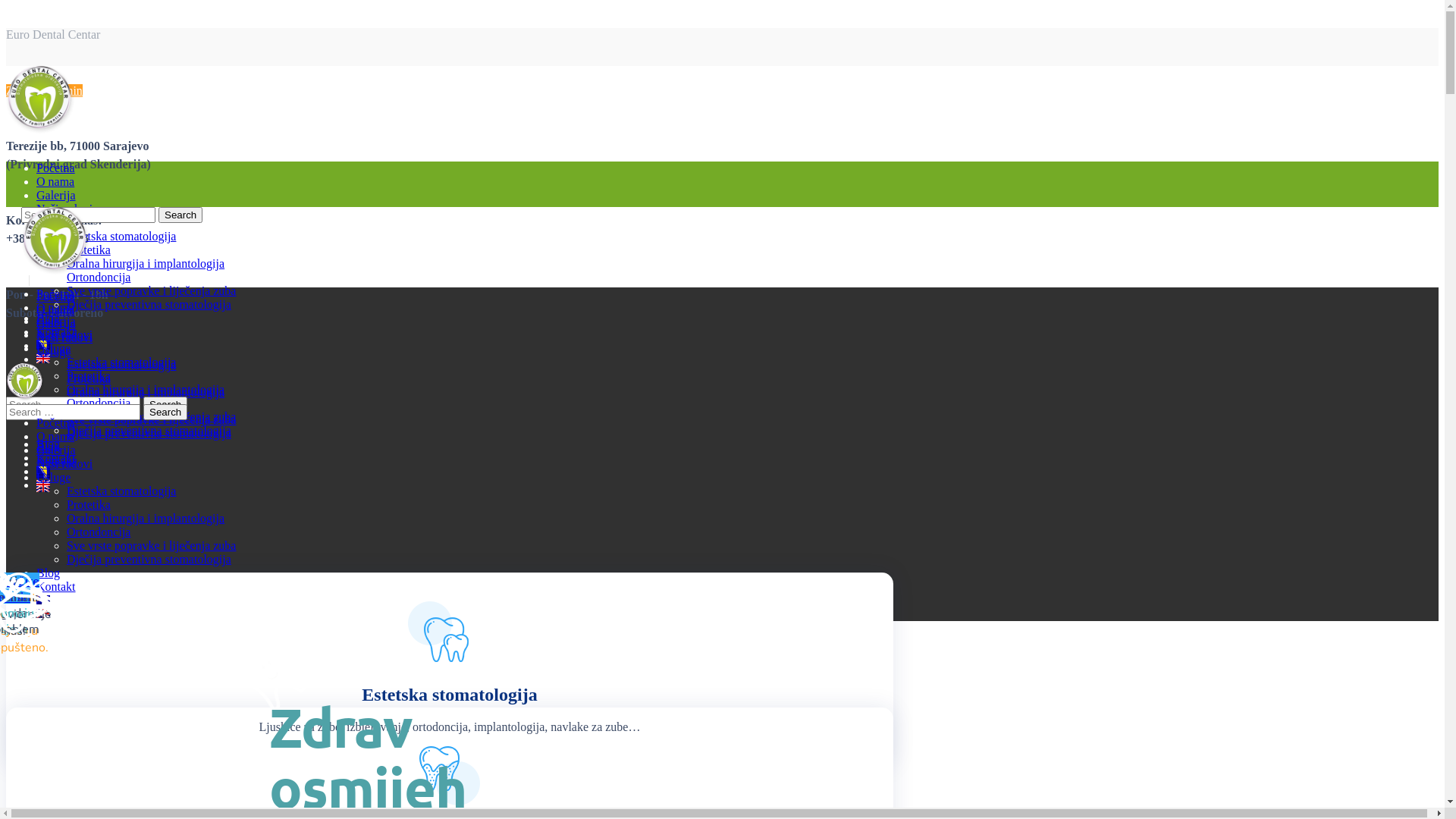 This screenshot has height=819, width=1456. Describe the element at coordinates (48, 573) in the screenshot. I see `'Blog'` at that location.